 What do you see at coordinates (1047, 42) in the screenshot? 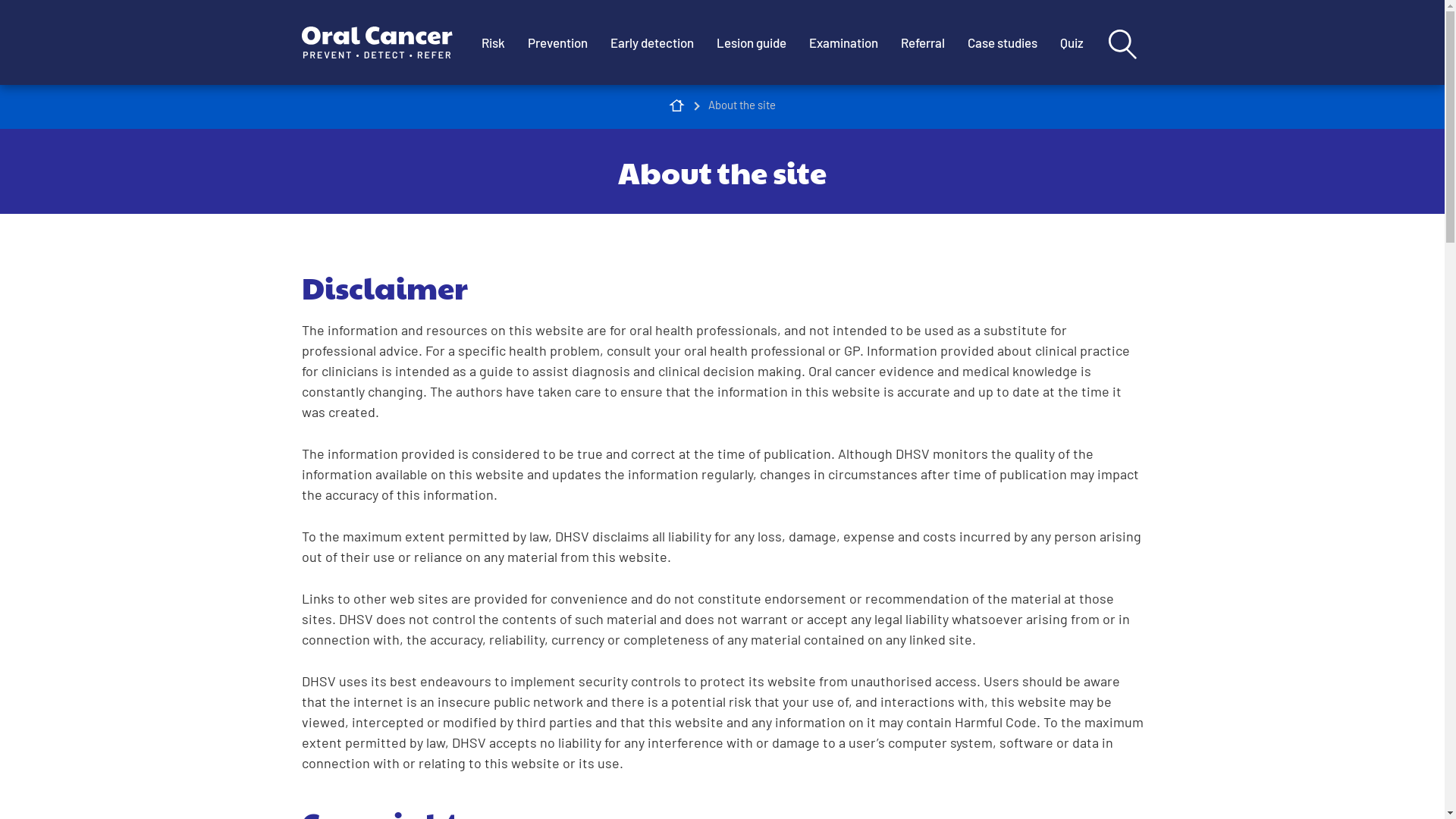
I see `'Quiz'` at bounding box center [1047, 42].